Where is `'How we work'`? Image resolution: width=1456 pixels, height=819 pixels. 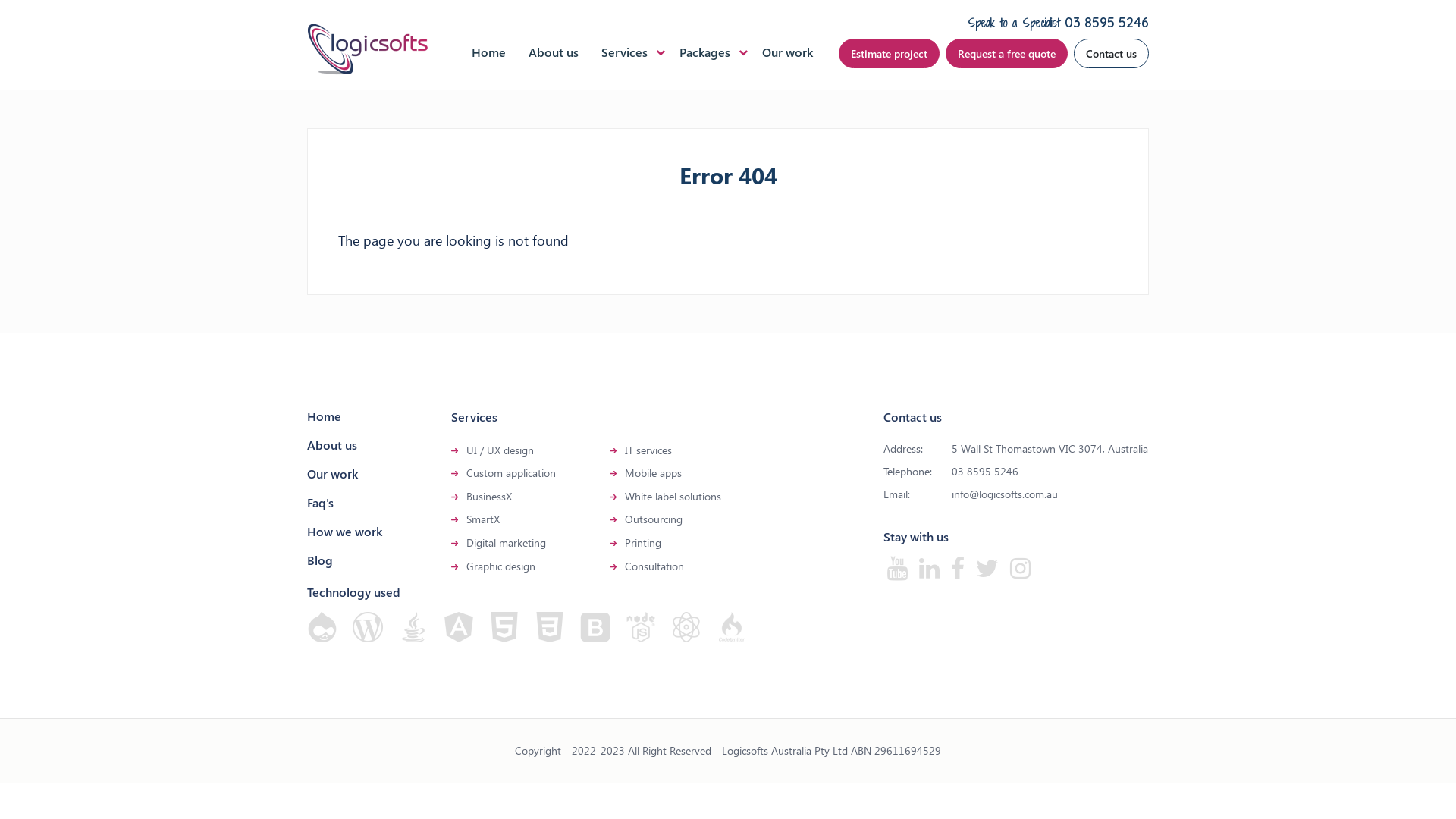 'How we work' is located at coordinates (344, 530).